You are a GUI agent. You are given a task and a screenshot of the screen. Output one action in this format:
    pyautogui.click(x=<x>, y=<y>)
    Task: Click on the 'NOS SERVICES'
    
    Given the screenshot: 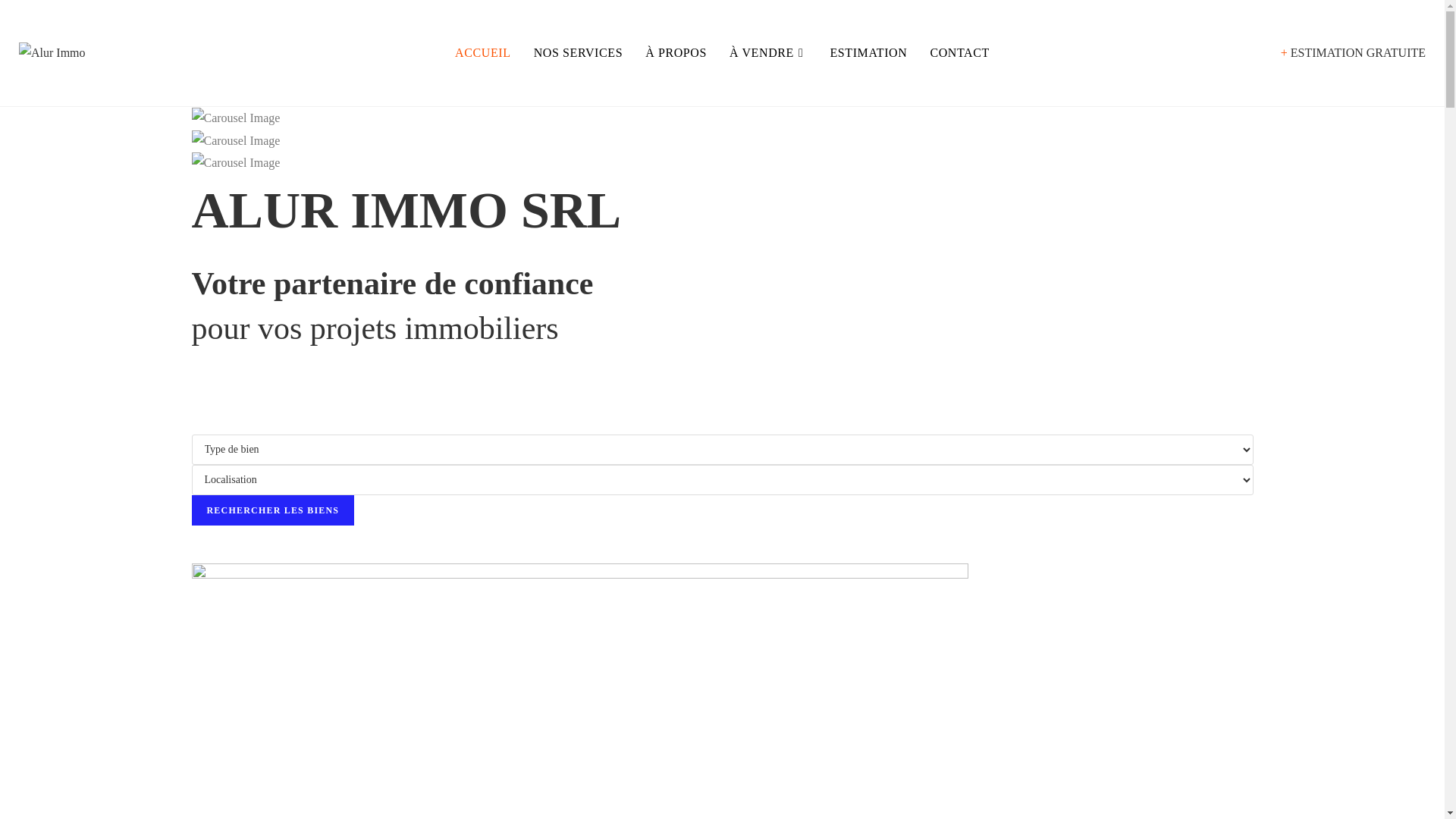 What is the action you would take?
    pyautogui.click(x=578, y=52)
    